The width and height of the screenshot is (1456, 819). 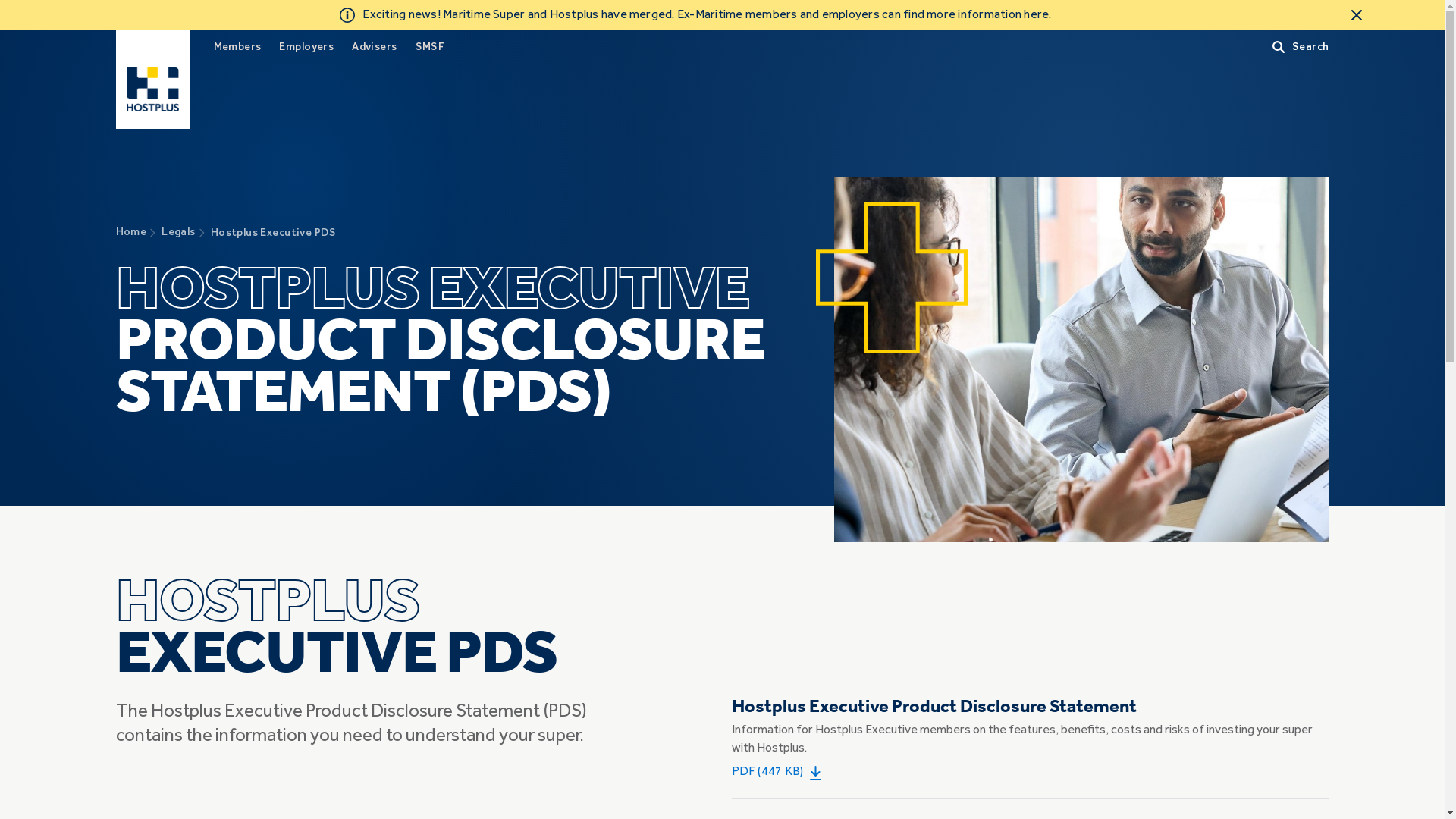 What do you see at coordinates (178, 232) in the screenshot?
I see `'Legals'` at bounding box center [178, 232].